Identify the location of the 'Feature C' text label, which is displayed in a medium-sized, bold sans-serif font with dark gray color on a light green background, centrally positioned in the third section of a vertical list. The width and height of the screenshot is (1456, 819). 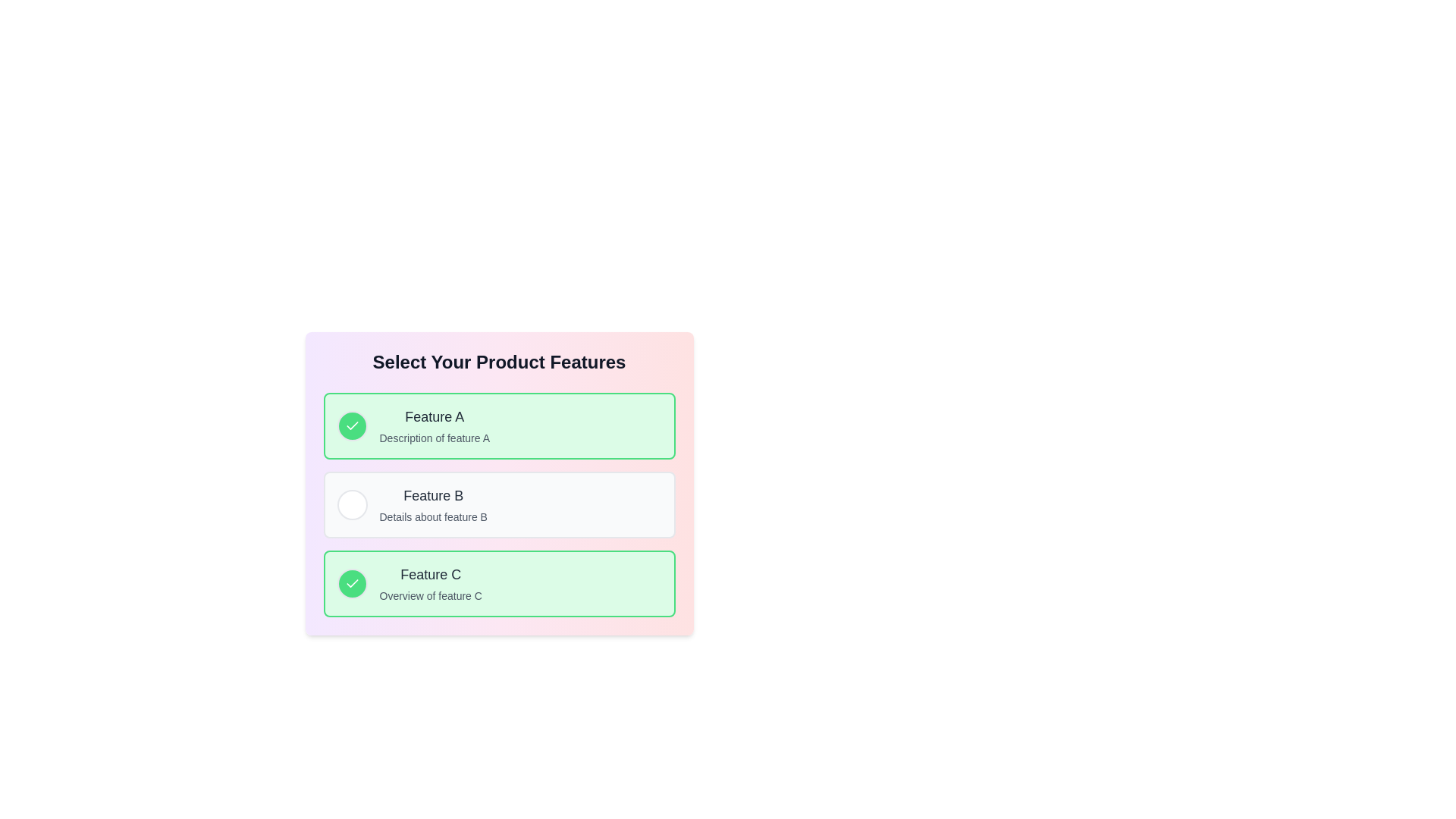
(430, 575).